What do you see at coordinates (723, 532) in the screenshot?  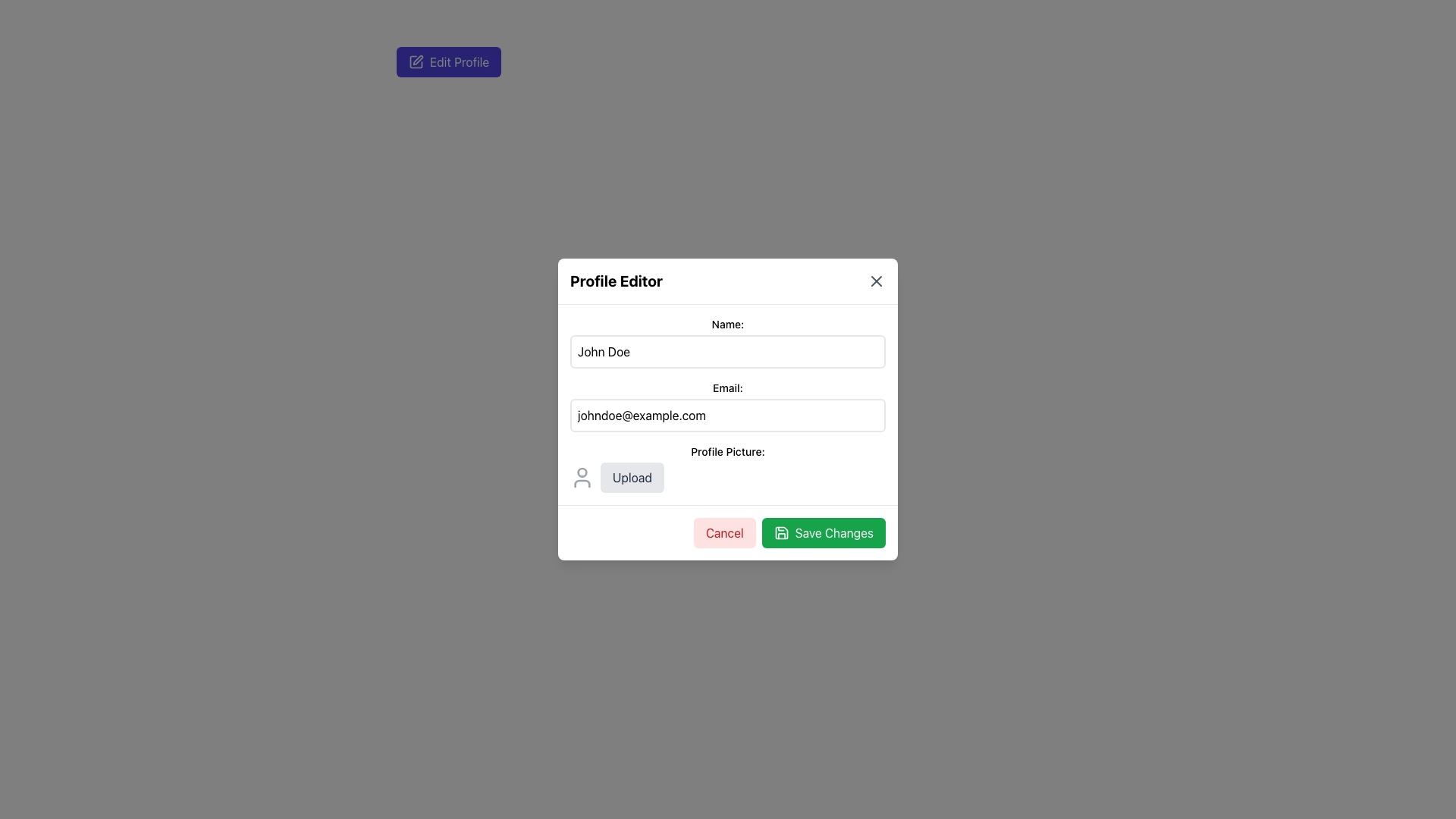 I see `the cancel button in the 'Profile Editor' modal` at bounding box center [723, 532].